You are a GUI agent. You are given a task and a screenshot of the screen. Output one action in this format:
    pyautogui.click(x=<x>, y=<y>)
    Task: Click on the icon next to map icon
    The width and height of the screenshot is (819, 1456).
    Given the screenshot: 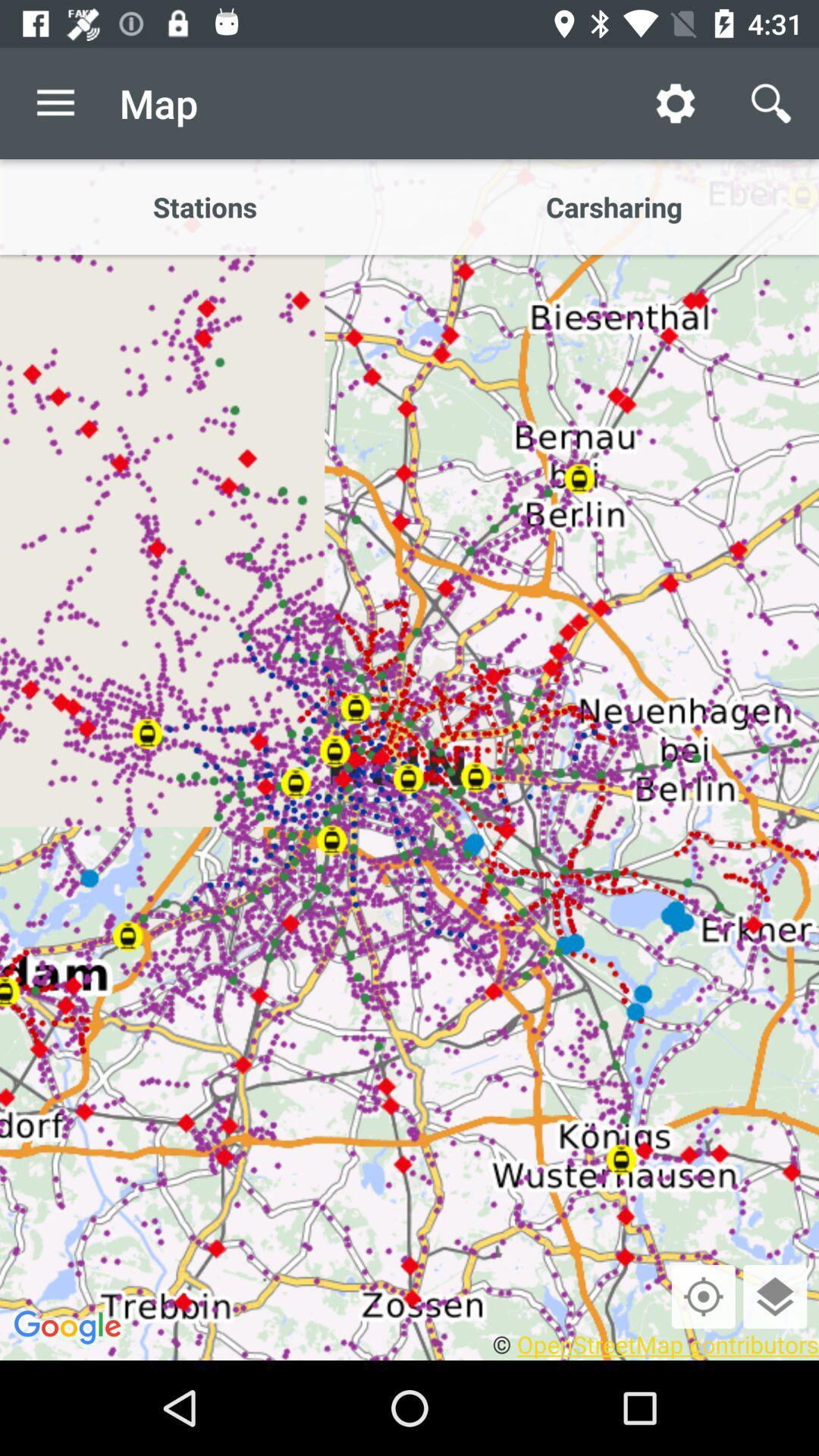 What is the action you would take?
    pyautogui.click(x=55, y=102)
    